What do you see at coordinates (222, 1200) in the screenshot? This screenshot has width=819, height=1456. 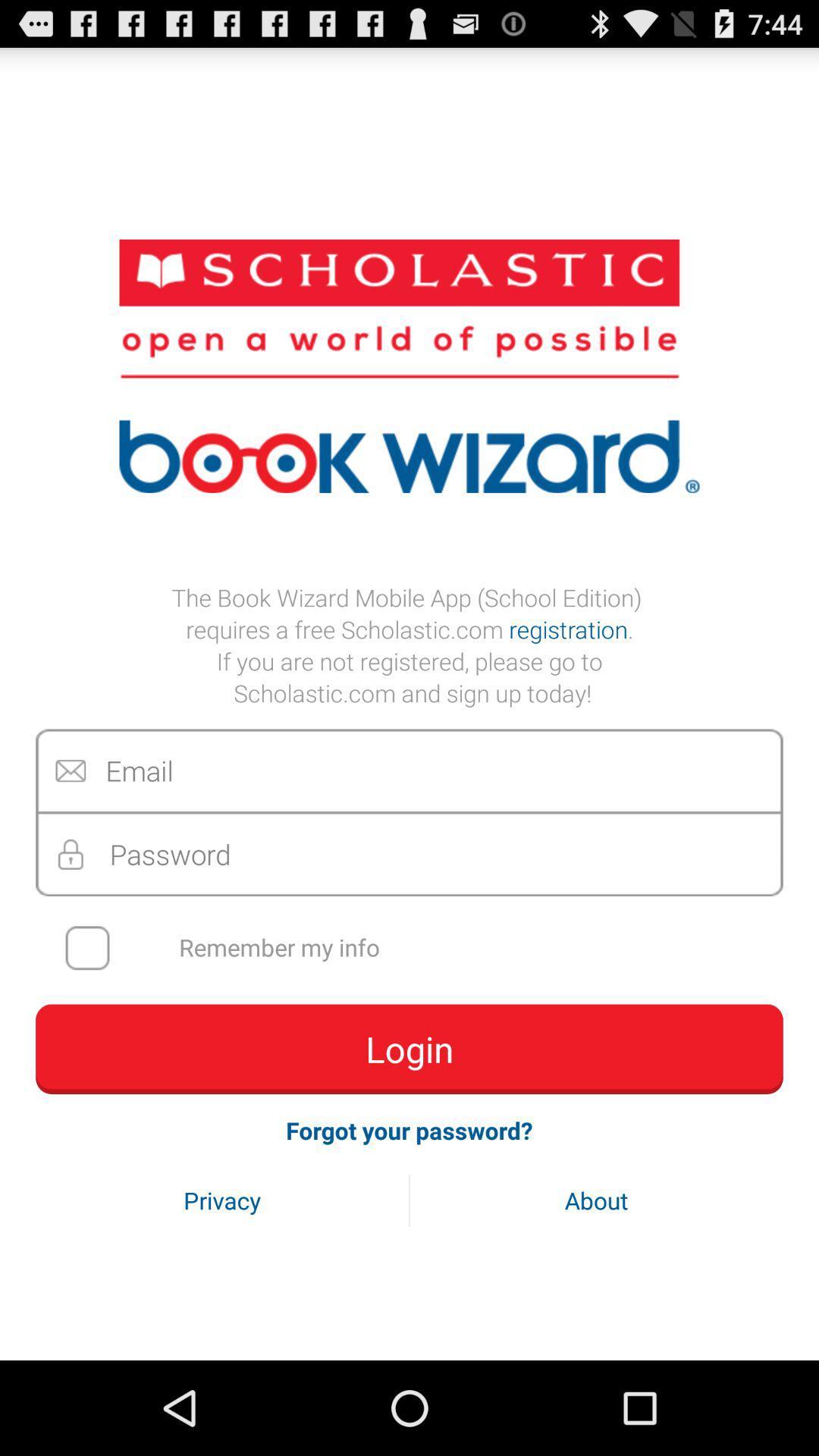 I see `the item at the bottom left corner` at bounding box center [222, 1200].